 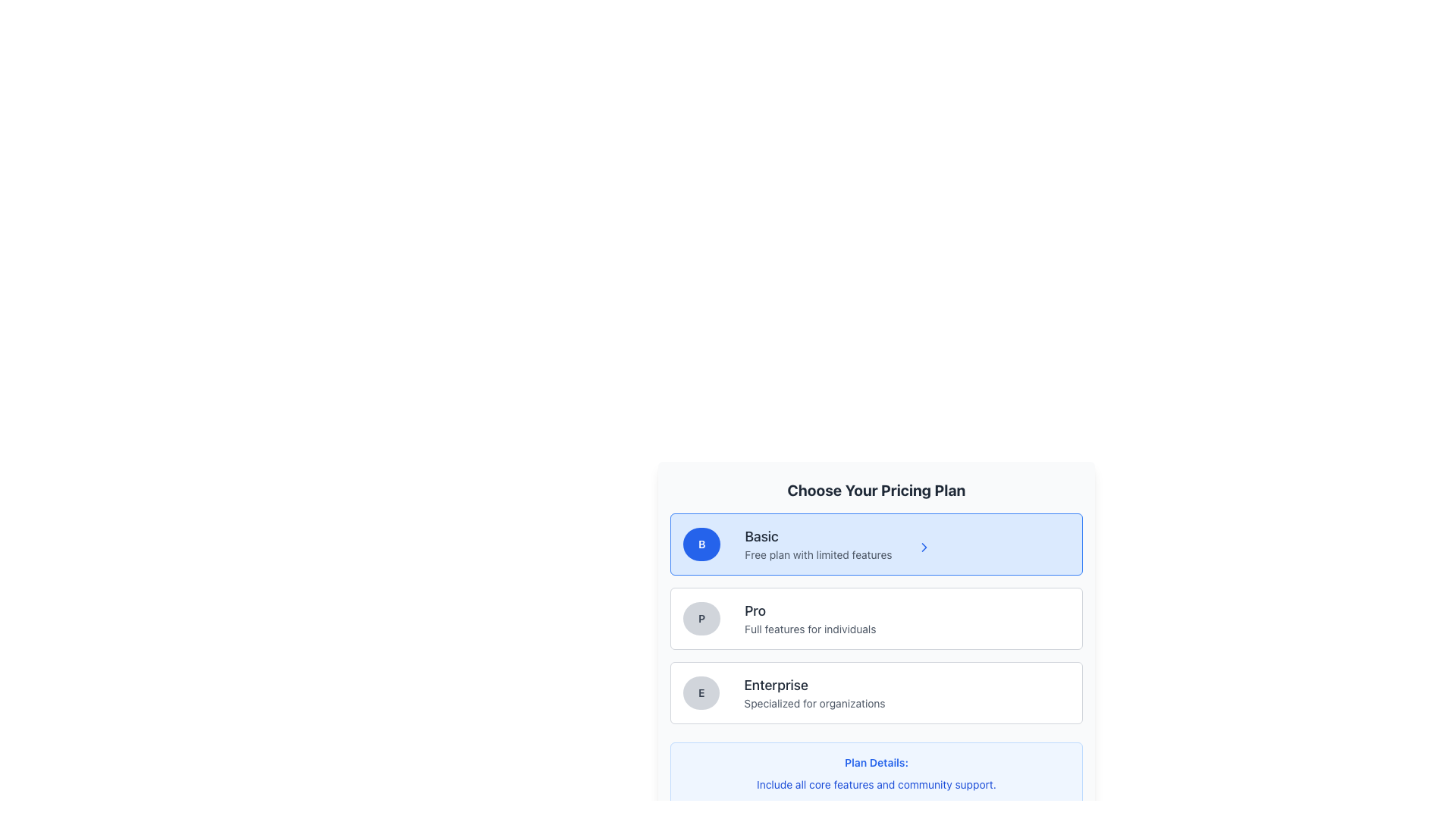 What do you see at coordinates (809, 629) in the screenshot?
I see `the text label that describes the 'Pro' pricing plan, indicating its suitability for individuals, located centrally below the 'Pro' text in the pricing plan card` at bounding box center [809, 629].